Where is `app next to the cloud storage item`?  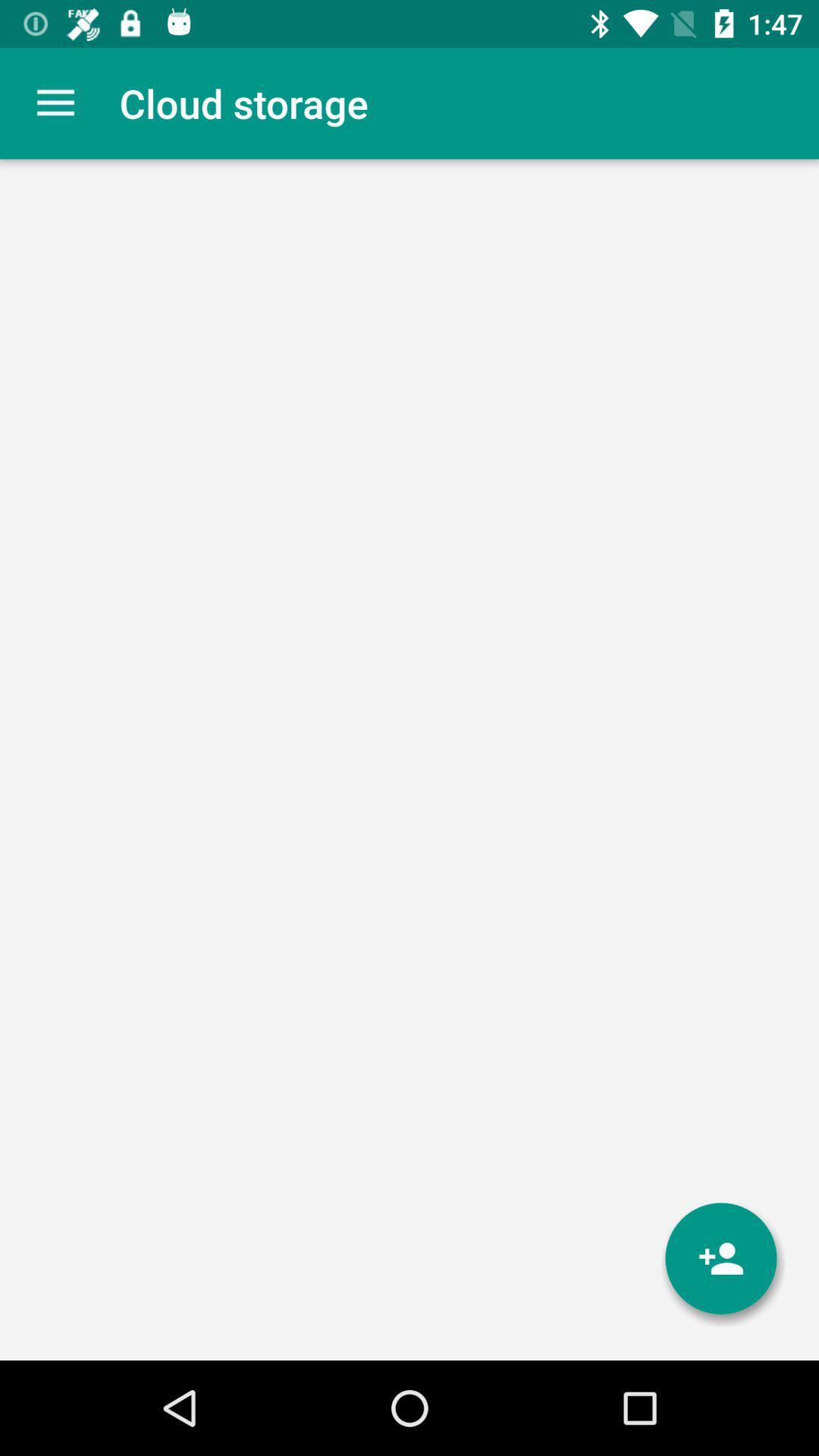 app next to the cloud storage item is located at coordinates (55, 102).